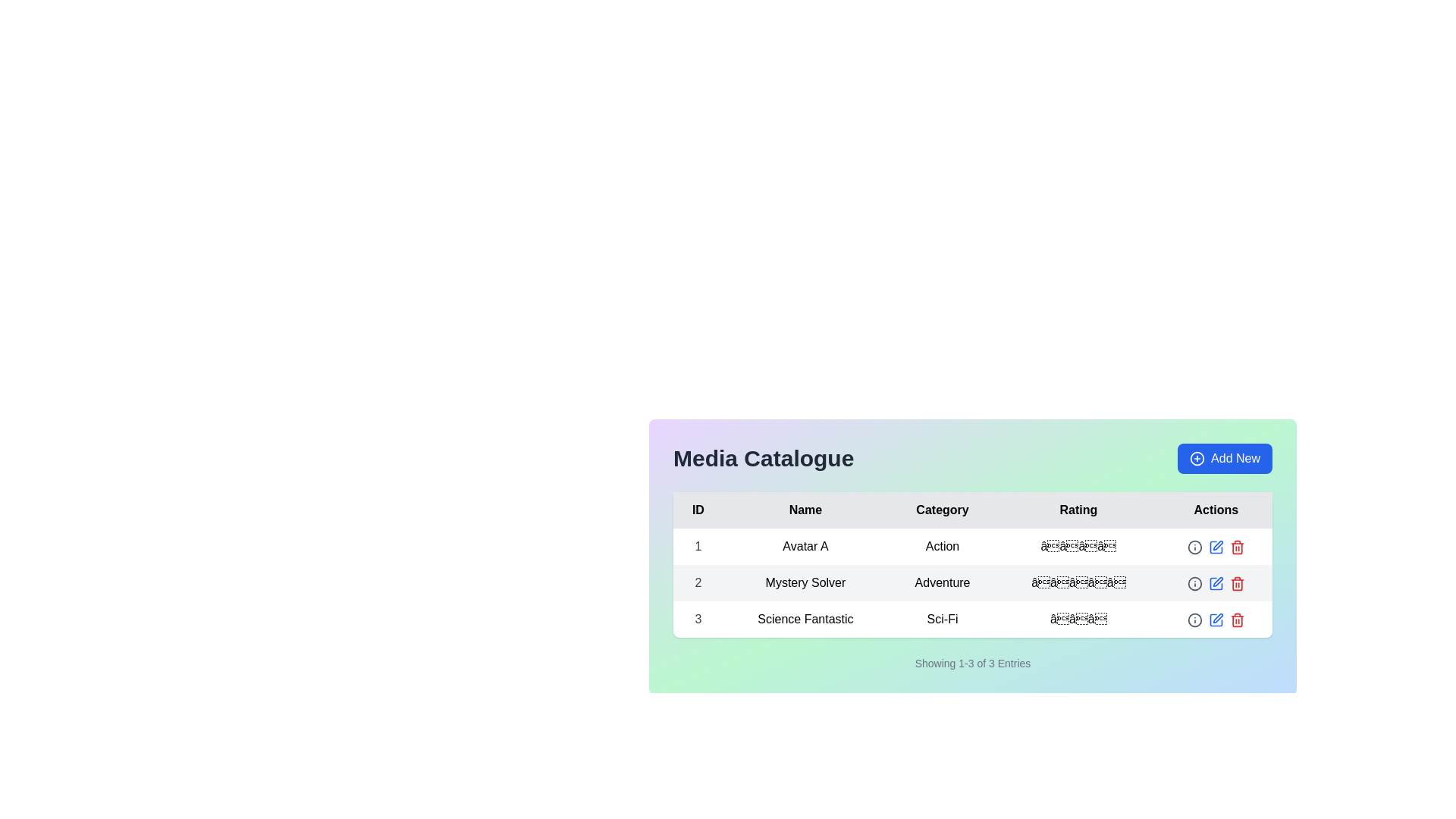 The image size is (1456, 819). What do you see at coordinates (1216, 582) in the screenshot?
I see `the edit icon button in the 'Actions' column of the second row for the entry 'Mystery Solver' in the 'Media Catalogue' table` at bounding box center [1216, 582].